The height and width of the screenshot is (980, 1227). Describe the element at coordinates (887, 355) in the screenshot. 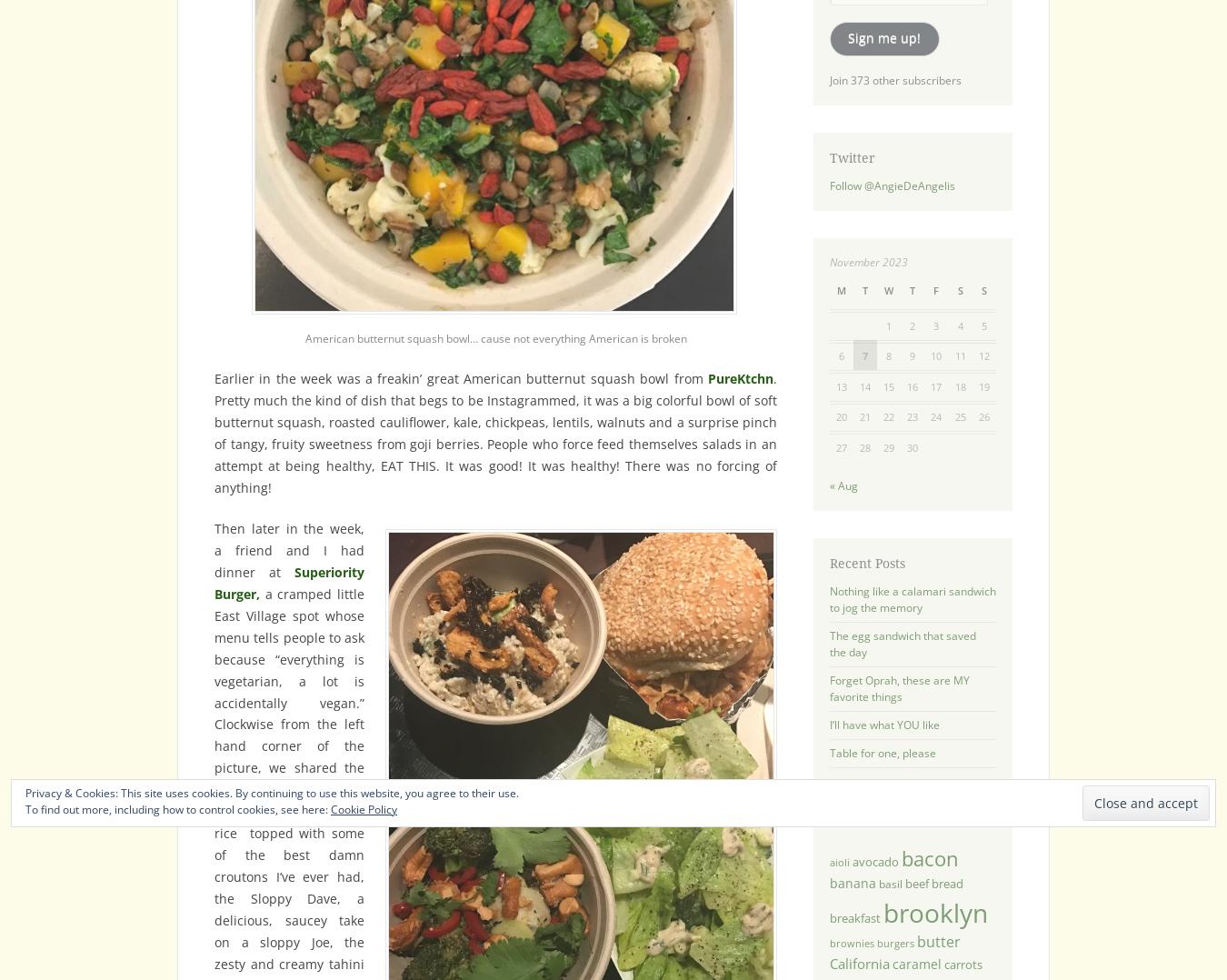

I see `'8'` at that location.